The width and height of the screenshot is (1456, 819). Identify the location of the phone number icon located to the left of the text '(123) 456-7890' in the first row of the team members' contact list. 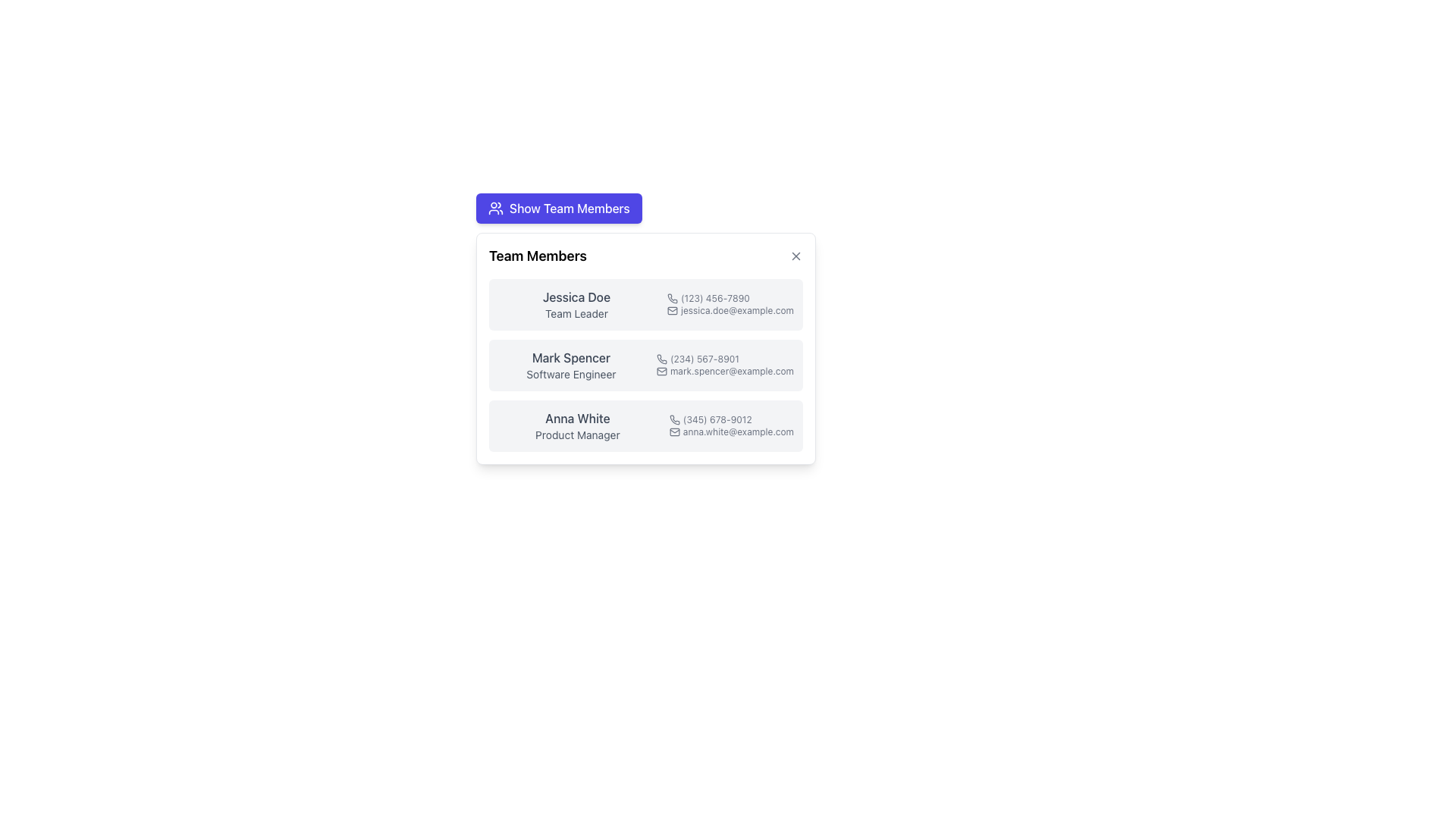
(672, 298).